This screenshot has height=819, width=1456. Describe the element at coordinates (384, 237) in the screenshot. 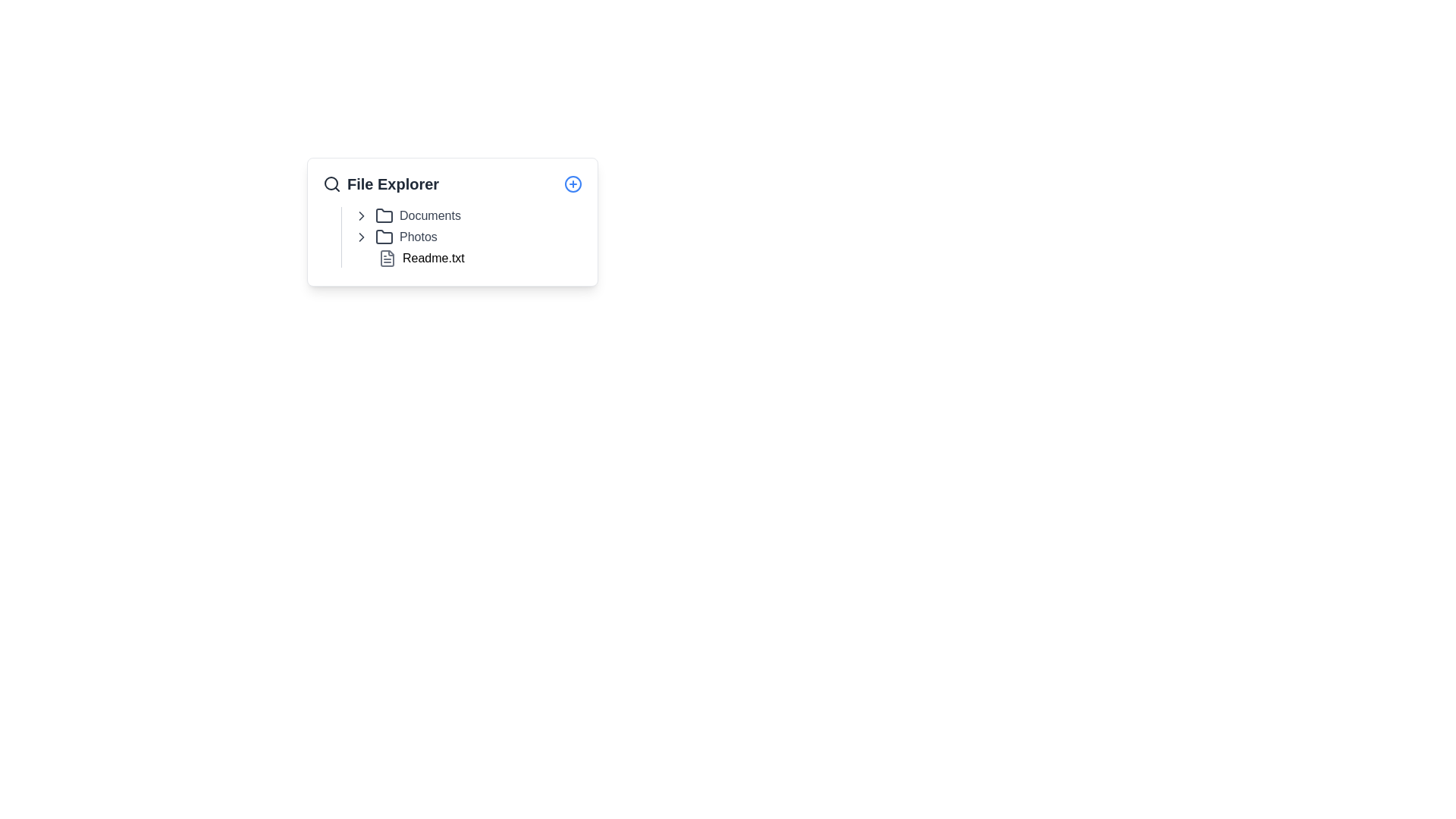

I see `the decorative icon for the 'Photos' folder entry, which is positioned to the left of the text label 'Photos'` at that location.